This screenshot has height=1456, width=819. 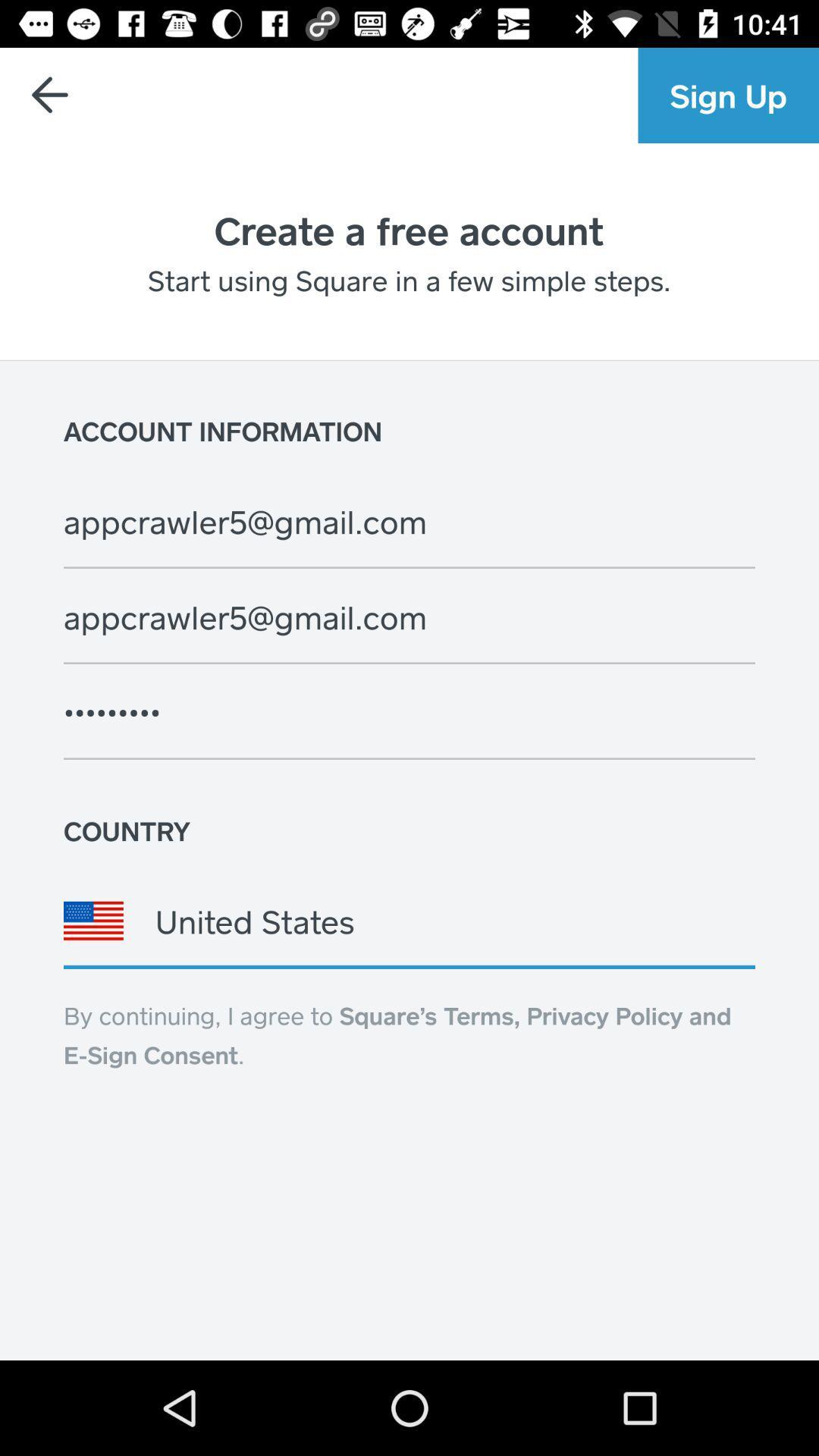 I want to click on start using square icon, so click(x=408, y=280).